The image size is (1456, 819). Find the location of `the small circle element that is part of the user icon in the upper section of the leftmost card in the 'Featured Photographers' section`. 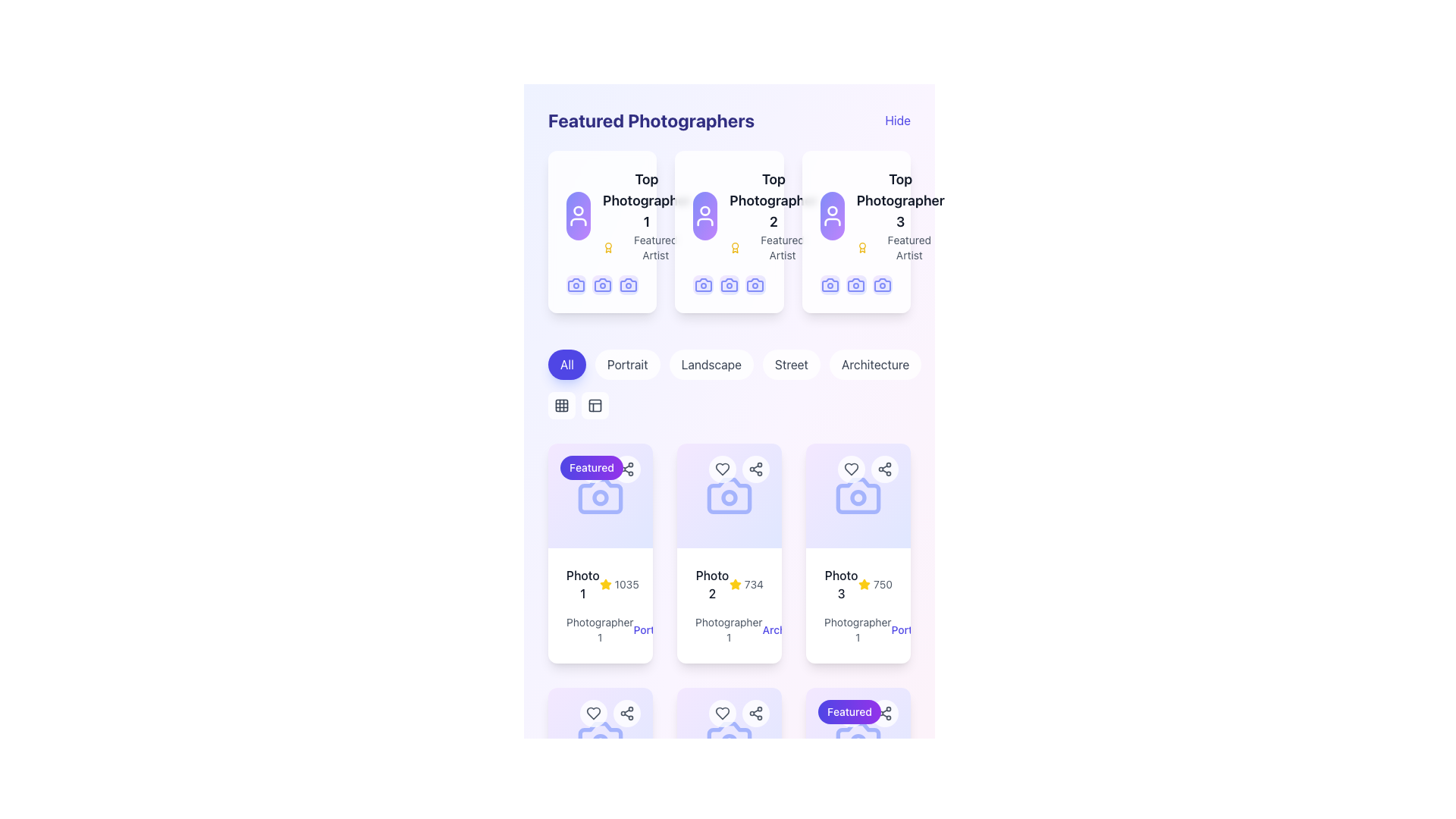

the small circle element that is part of the user icon in the upper section of the leftmost card in the 'Featured Photographers' section is located at coordinates (578, 210).